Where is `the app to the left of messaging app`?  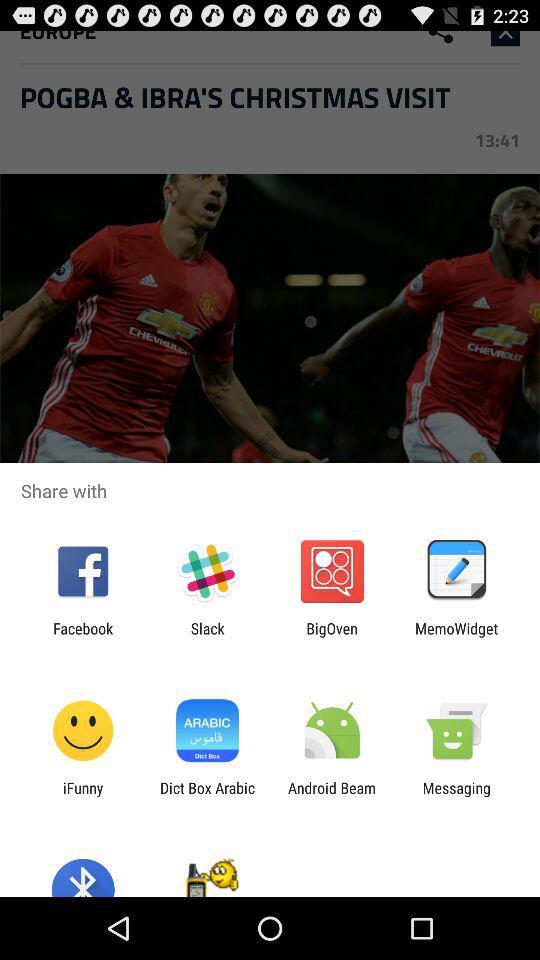 the app to the left of messaging app is located at coordinates (332, 796).